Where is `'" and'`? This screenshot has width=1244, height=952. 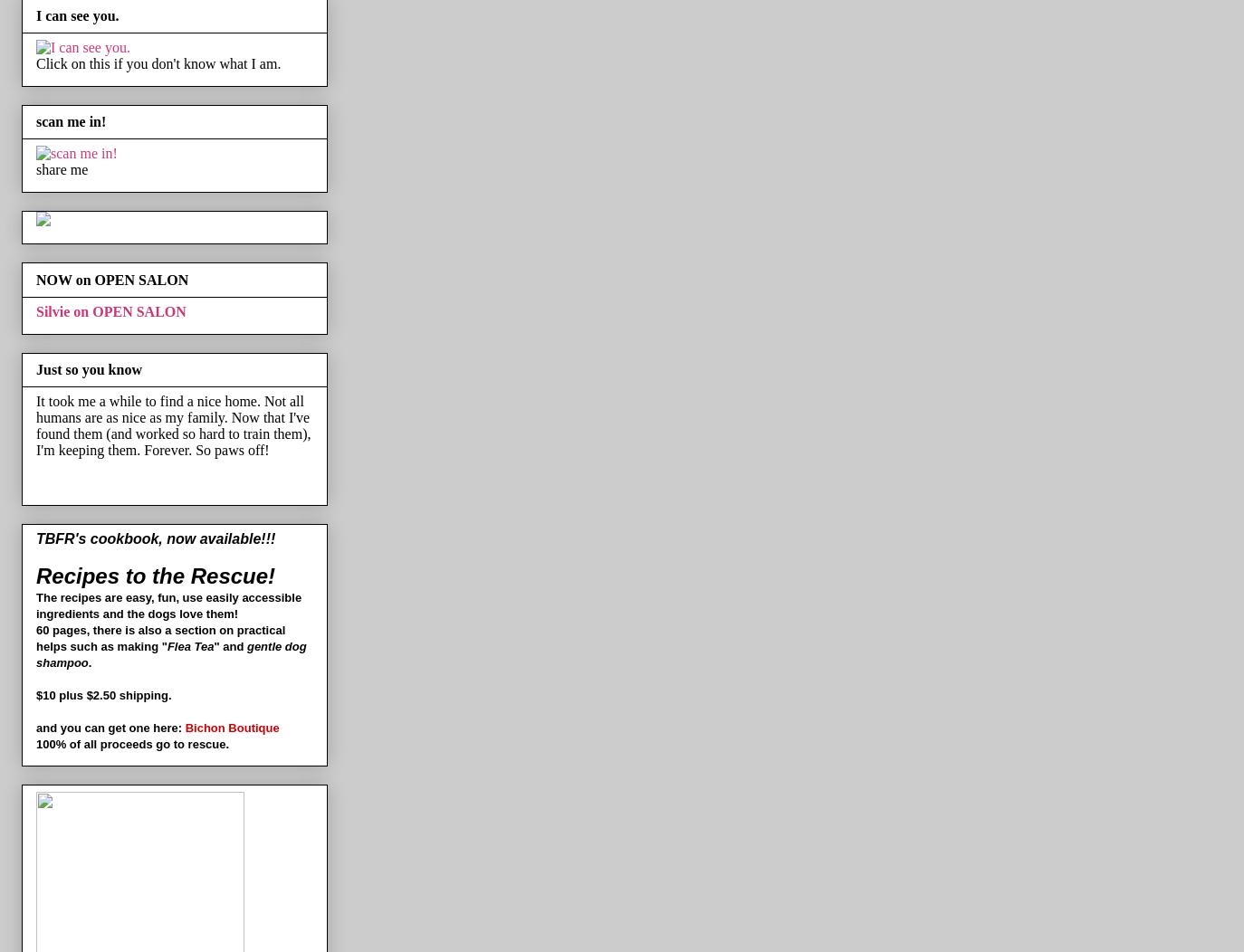
'" and' is located at coordinates (213, 646).